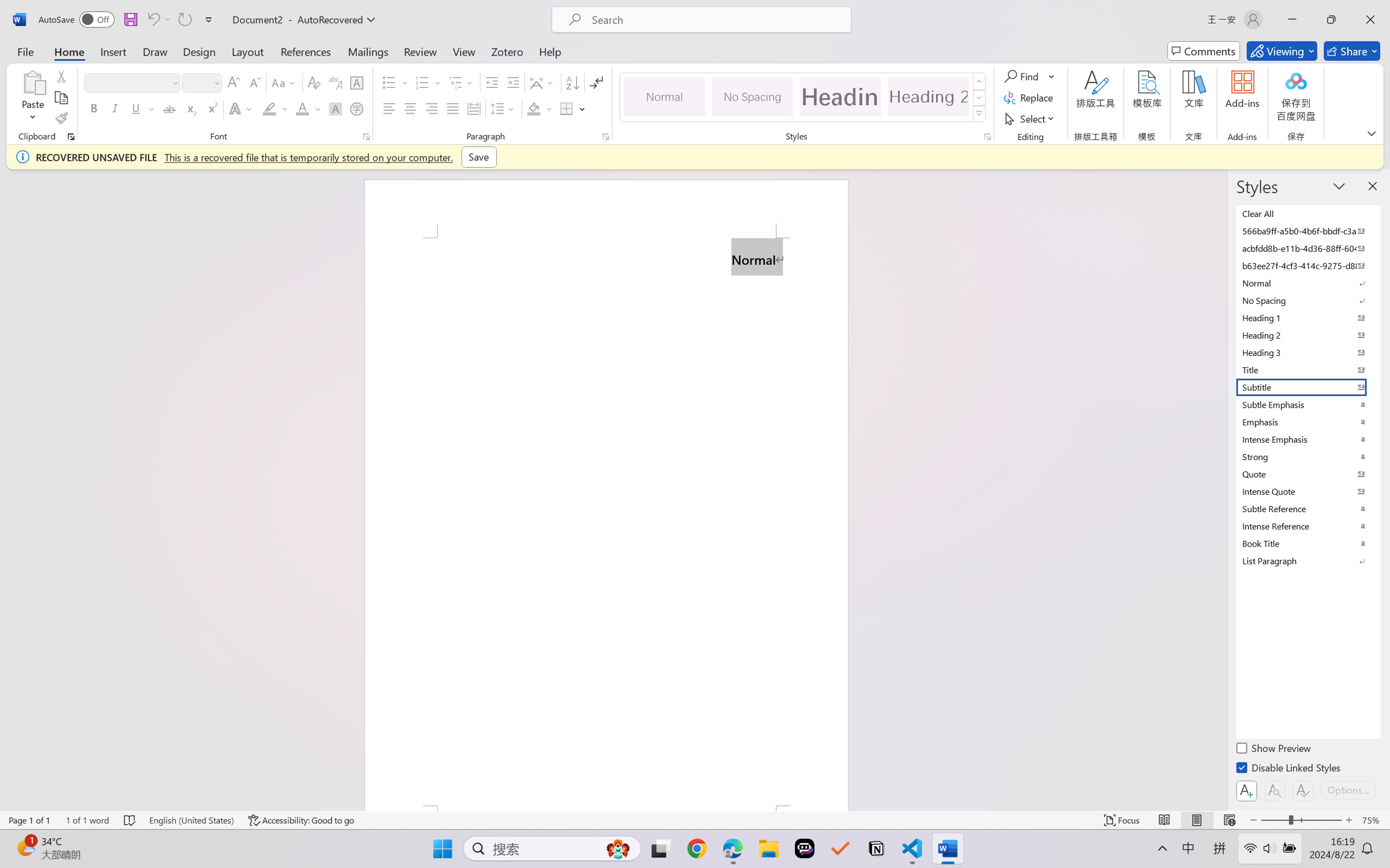 The width and height of the screenshot is (1390, 868). Describe the element at coordinates (157, 19) in the screenshot. I see `'Can'` at that location.